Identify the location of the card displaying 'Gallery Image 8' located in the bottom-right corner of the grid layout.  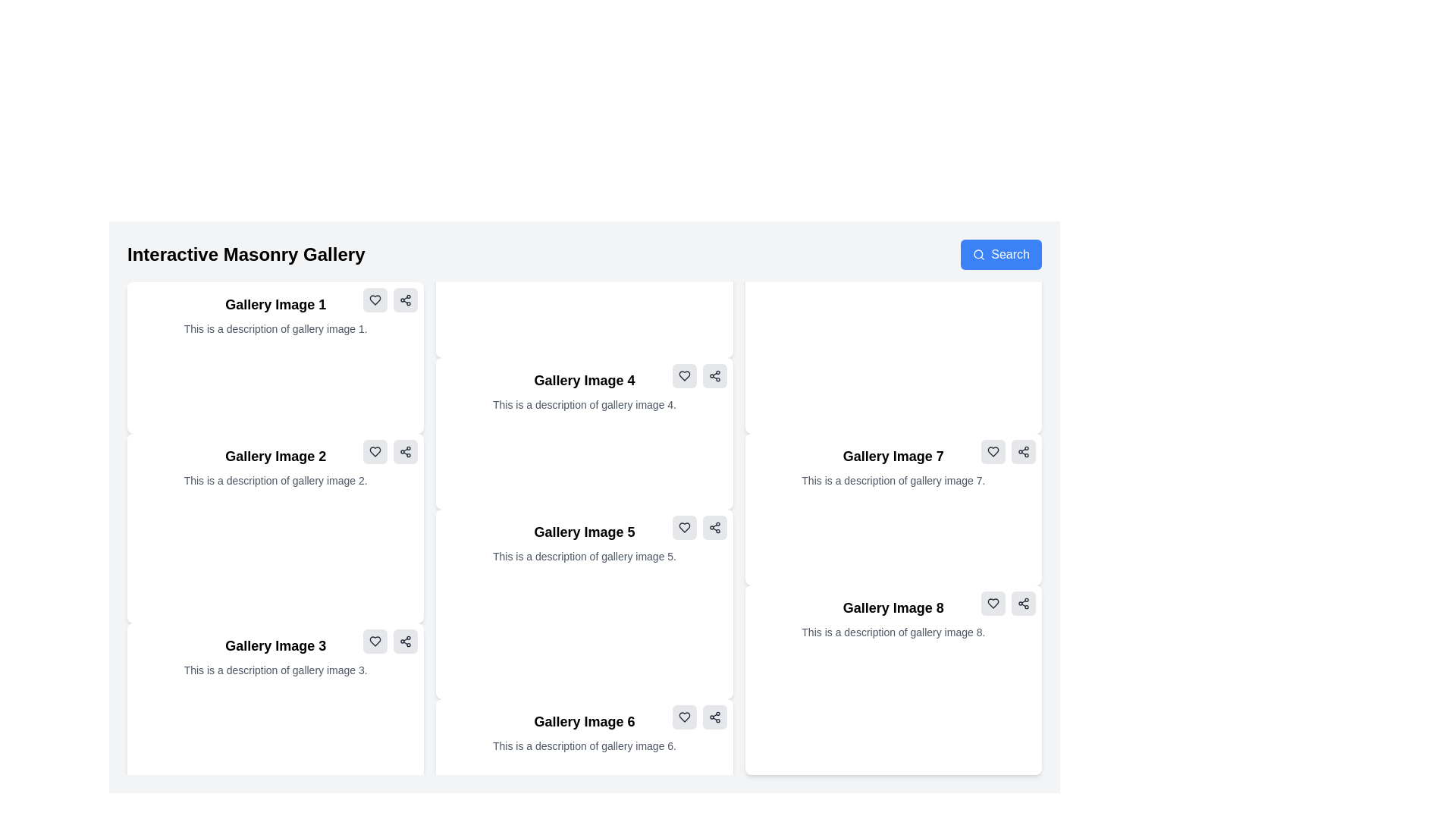
(893, 679).